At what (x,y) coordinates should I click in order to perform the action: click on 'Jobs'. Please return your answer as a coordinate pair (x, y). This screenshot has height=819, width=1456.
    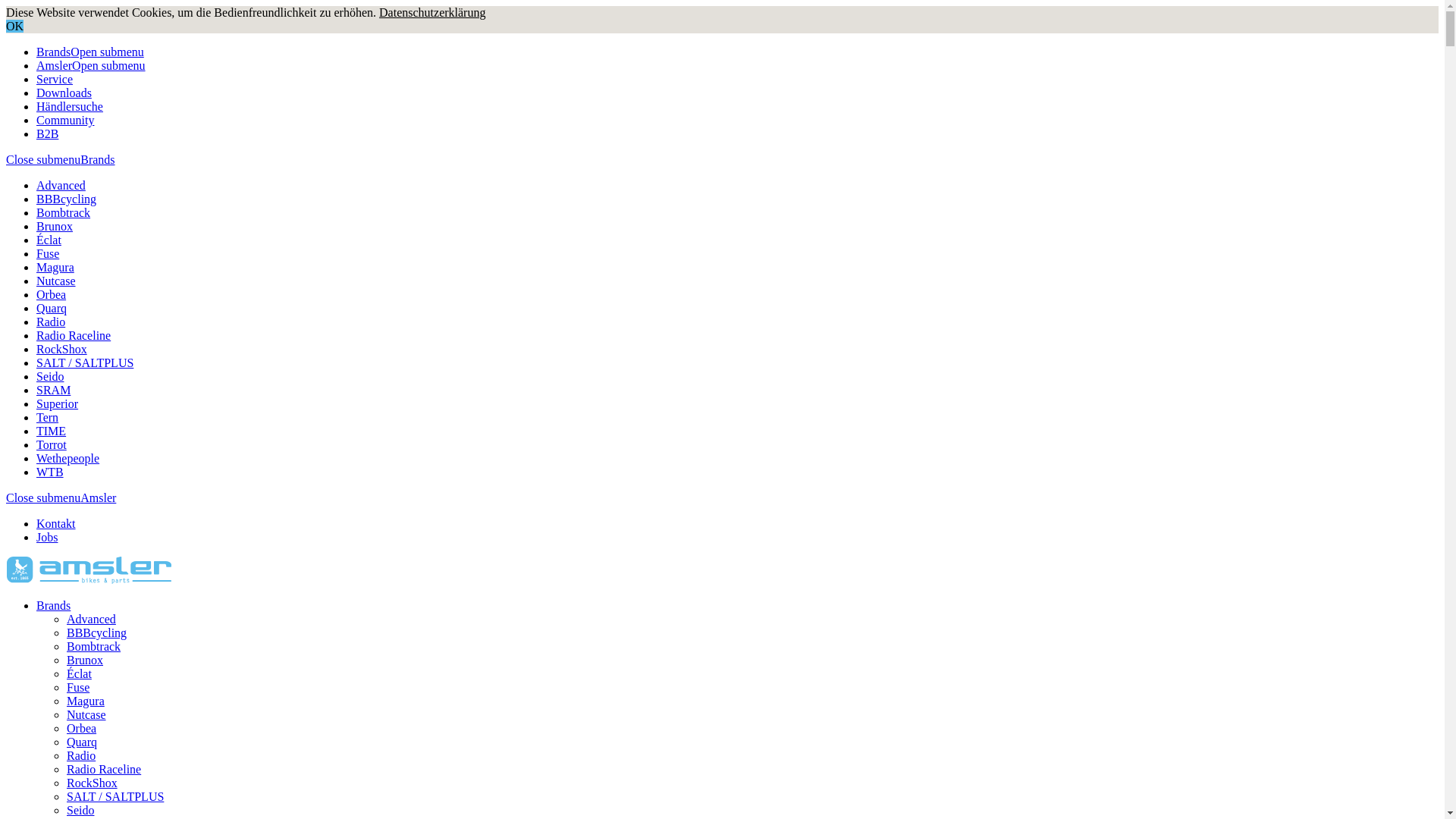
    Looking at the image, I should click on (36, 536).